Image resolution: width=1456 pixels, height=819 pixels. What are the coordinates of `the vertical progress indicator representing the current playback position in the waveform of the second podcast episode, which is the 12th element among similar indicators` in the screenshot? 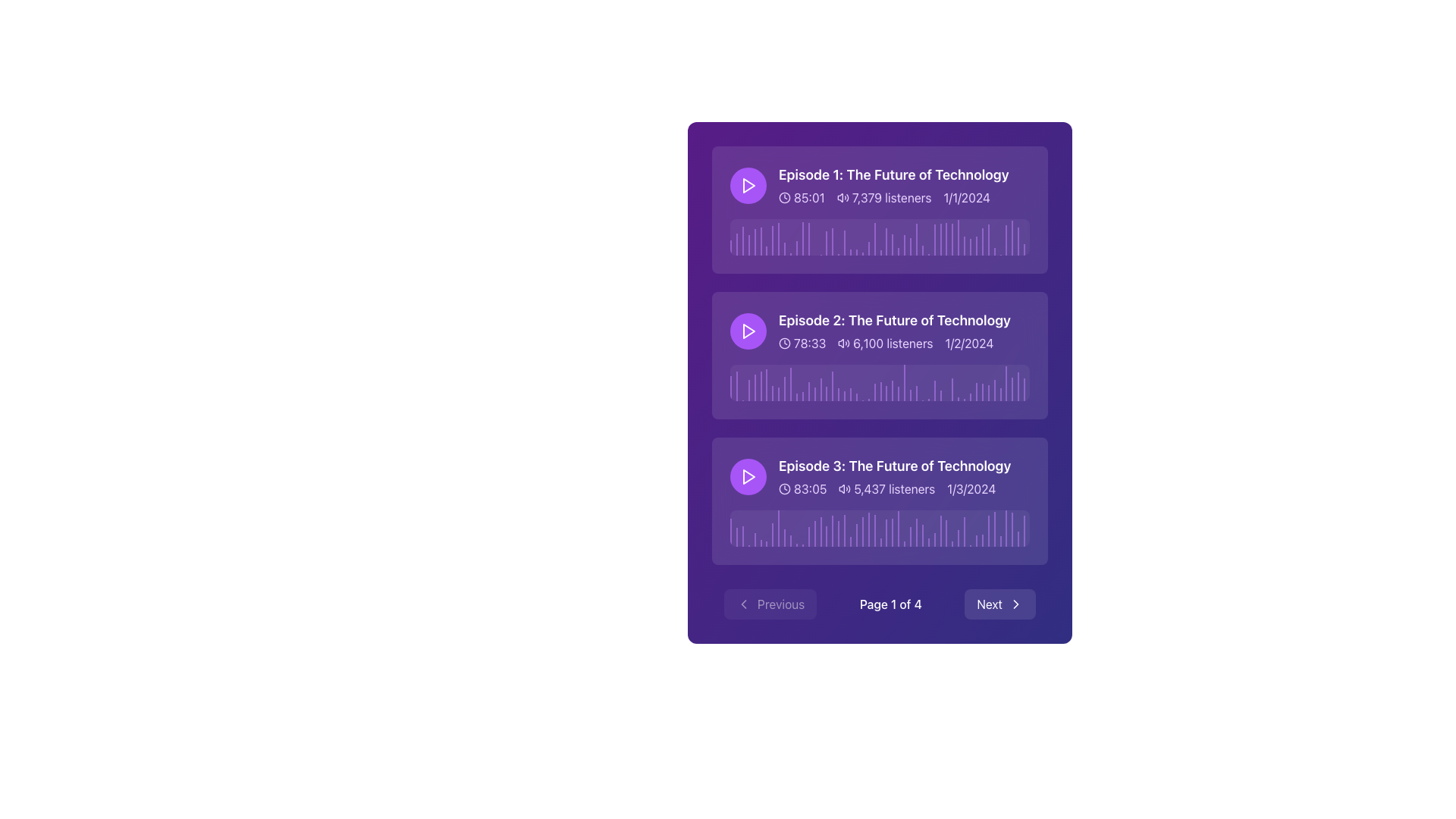 It's located at (795, 396).